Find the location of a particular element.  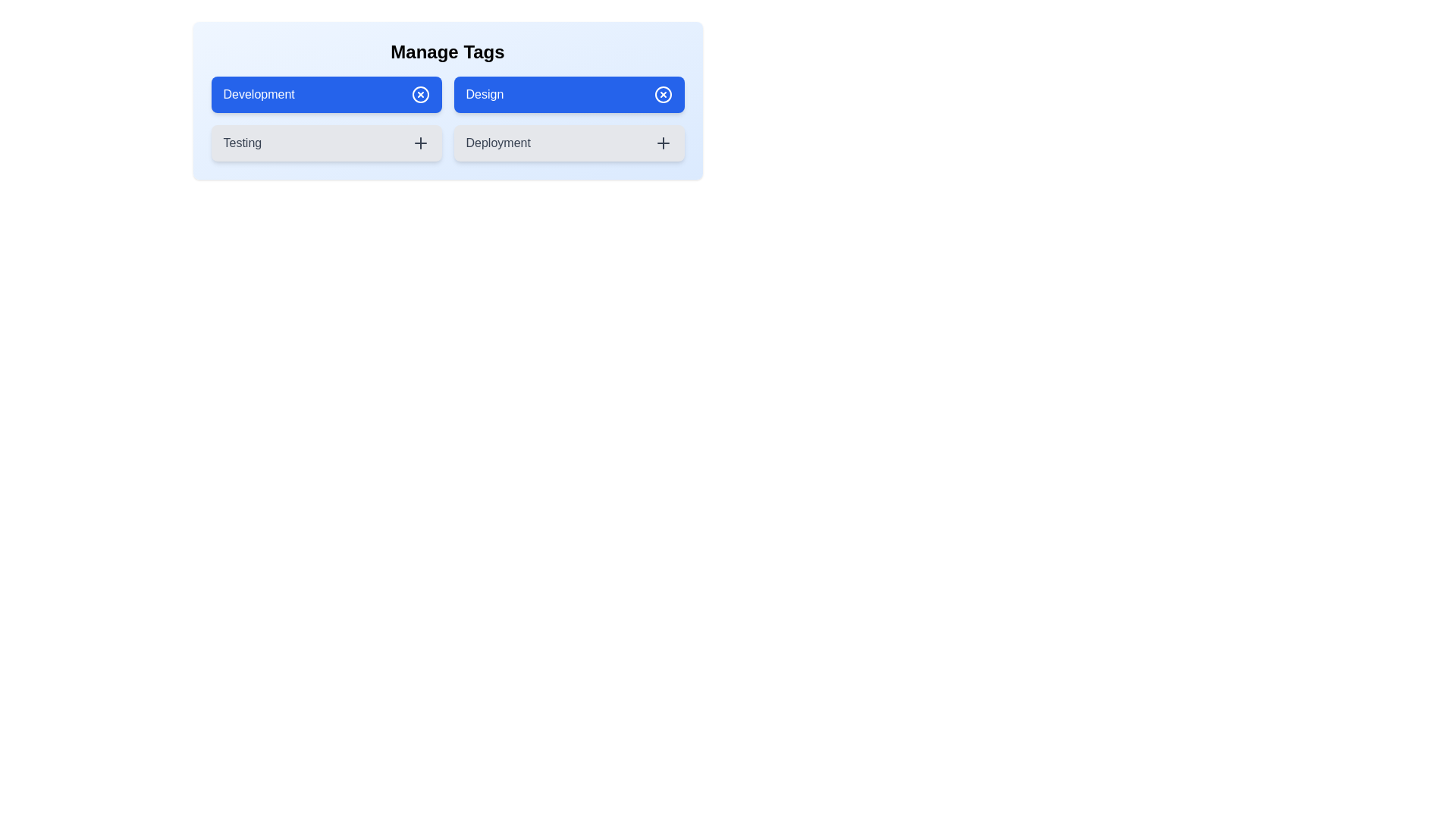

the close icon of the 'Development' tag to remove it is located at coordinates (420, 94).